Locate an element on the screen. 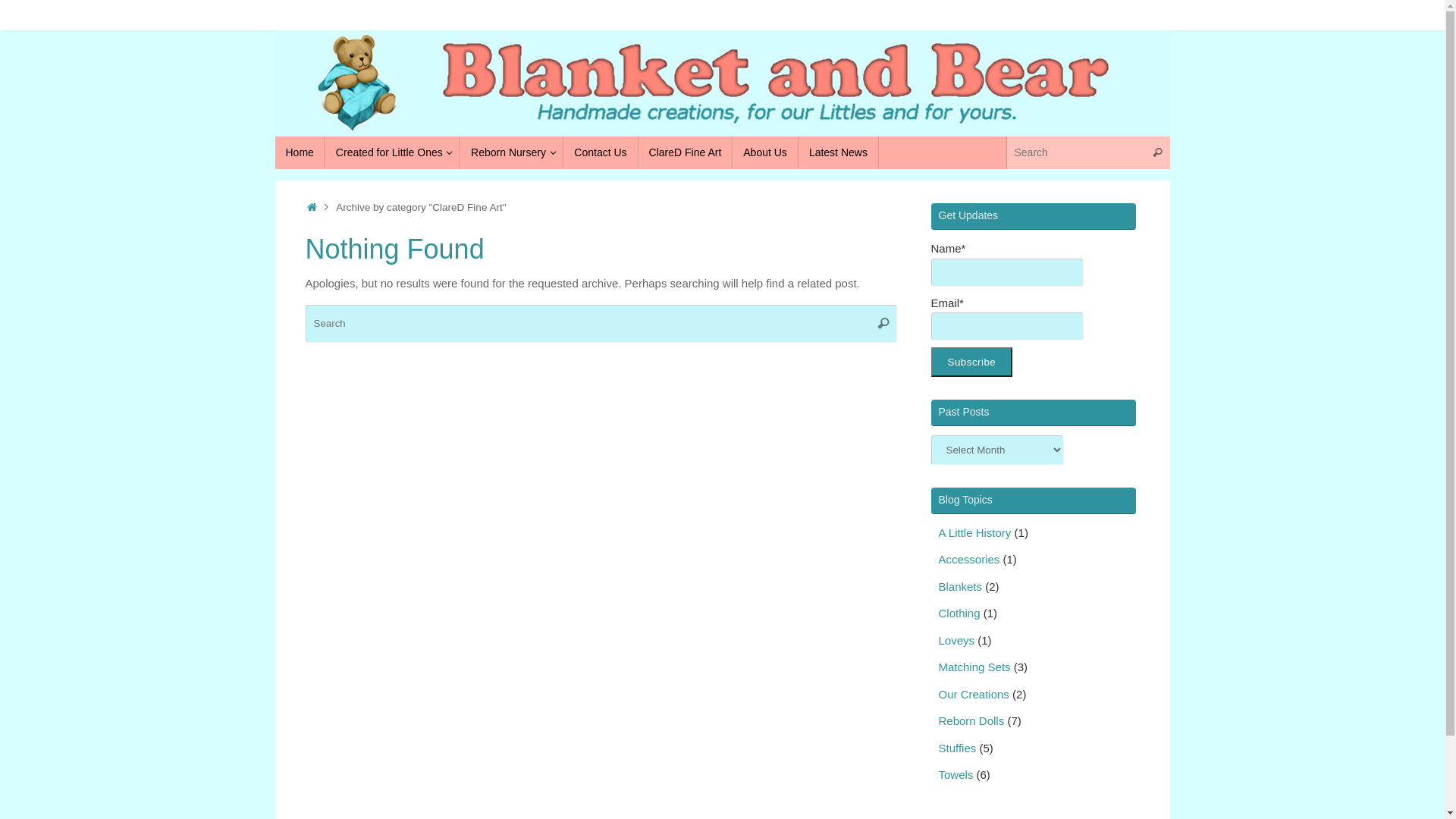 Image resolution: width=1456 pixels, height=819 pixels. 'Clothing' is located at coordinates (959, 612).